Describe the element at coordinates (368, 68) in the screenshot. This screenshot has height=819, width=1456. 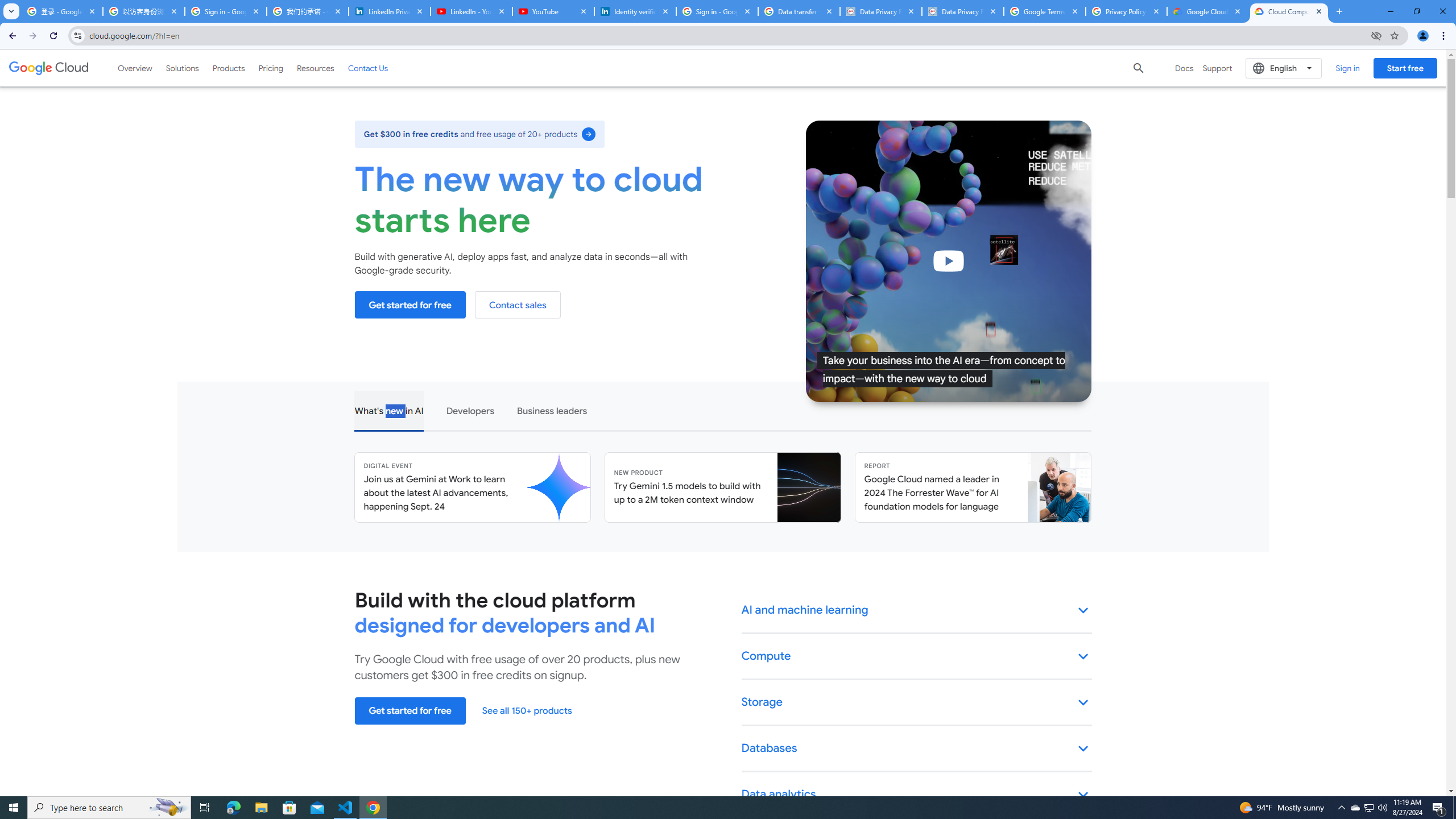
I see `'Contact Us'` at that location.